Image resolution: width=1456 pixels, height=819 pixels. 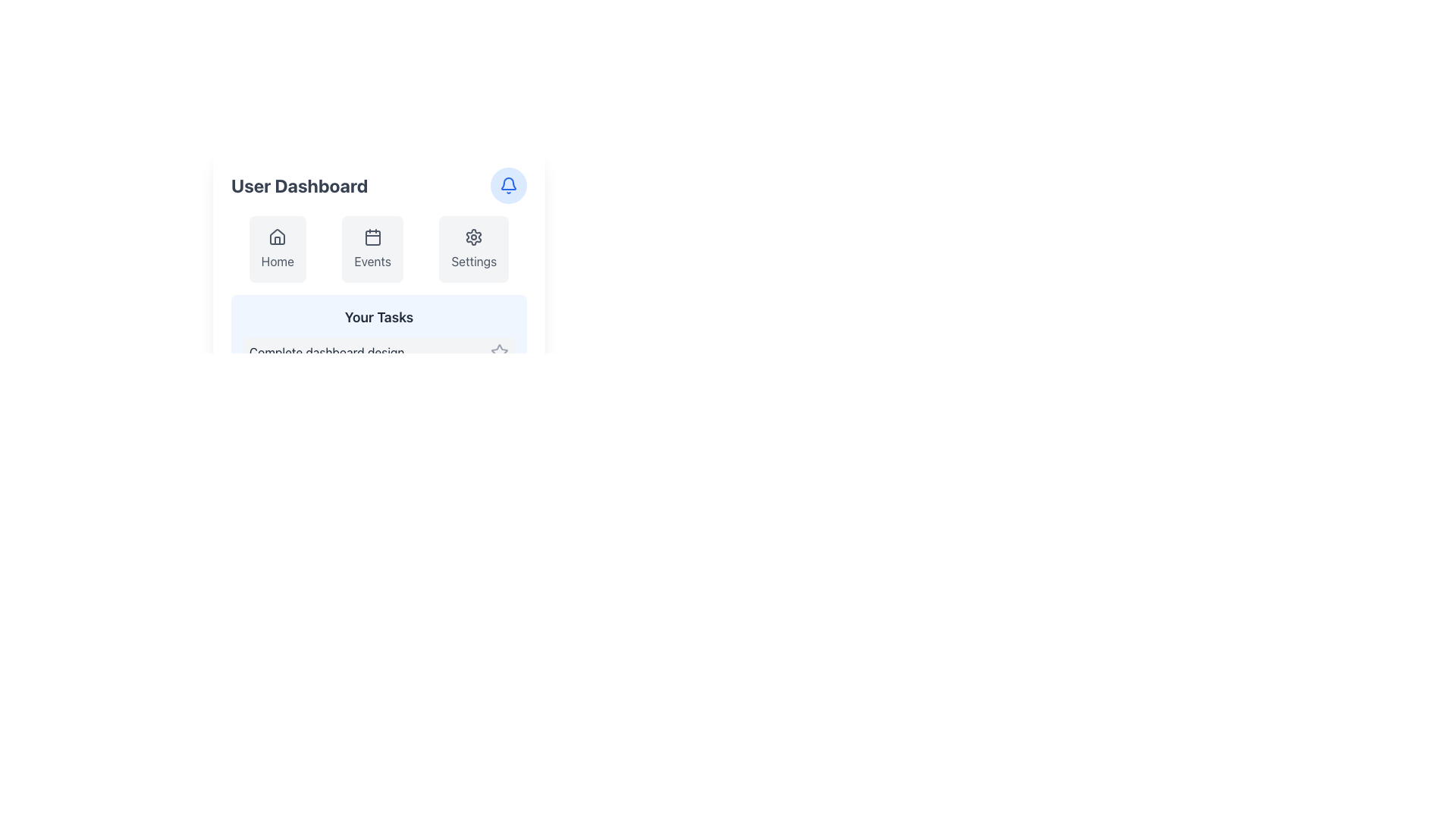 What do you see at coordinates (509, 185) in the screenshot?
I see `the circular light blue button with a bell icon located at the top-right of the User Dashboard` at bounding box center [509, 185].